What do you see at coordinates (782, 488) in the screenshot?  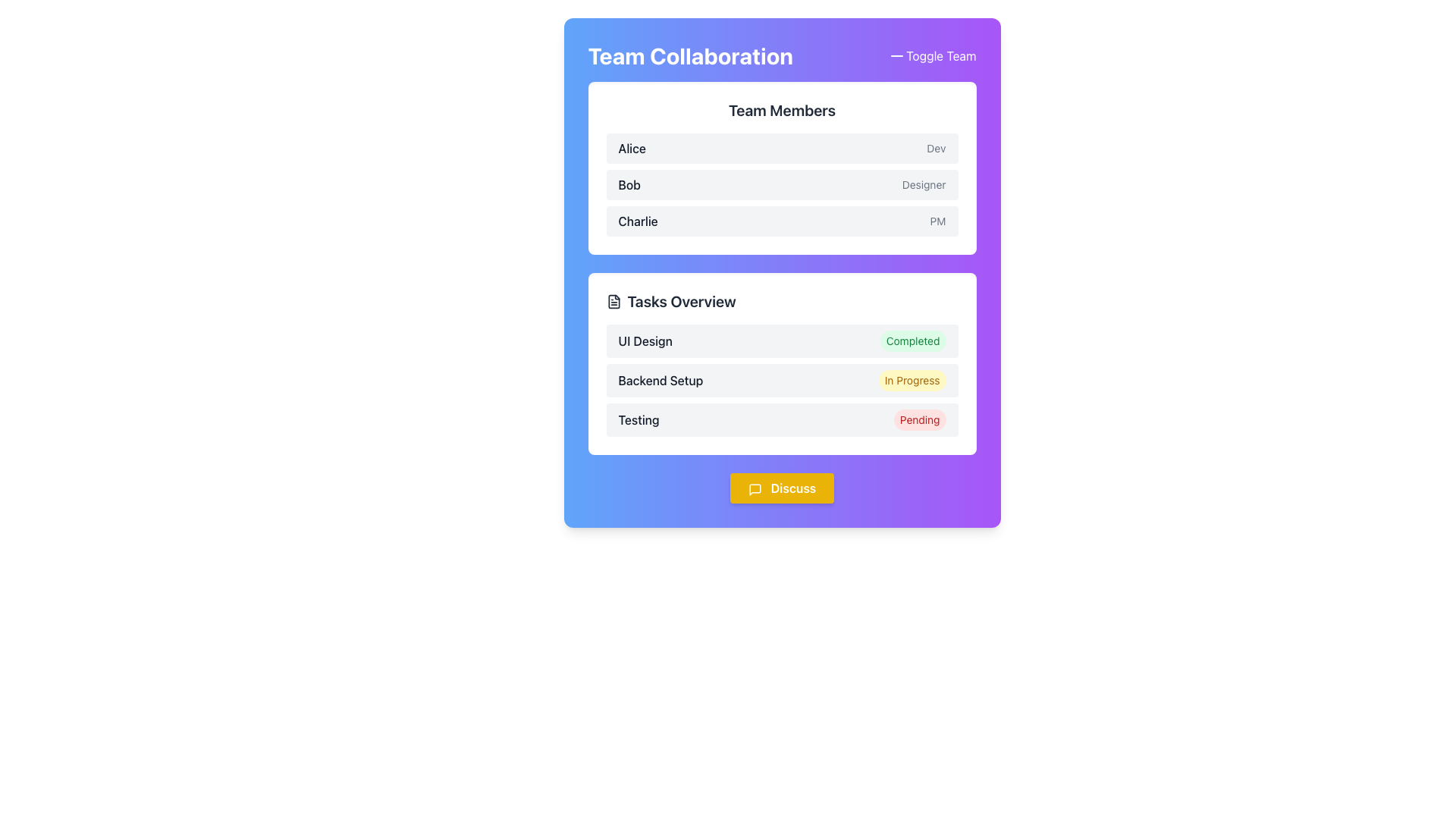 I see `the vibrant yellow 'Discuss' button with a speech bubble icon` at bounding box center [782, 488].